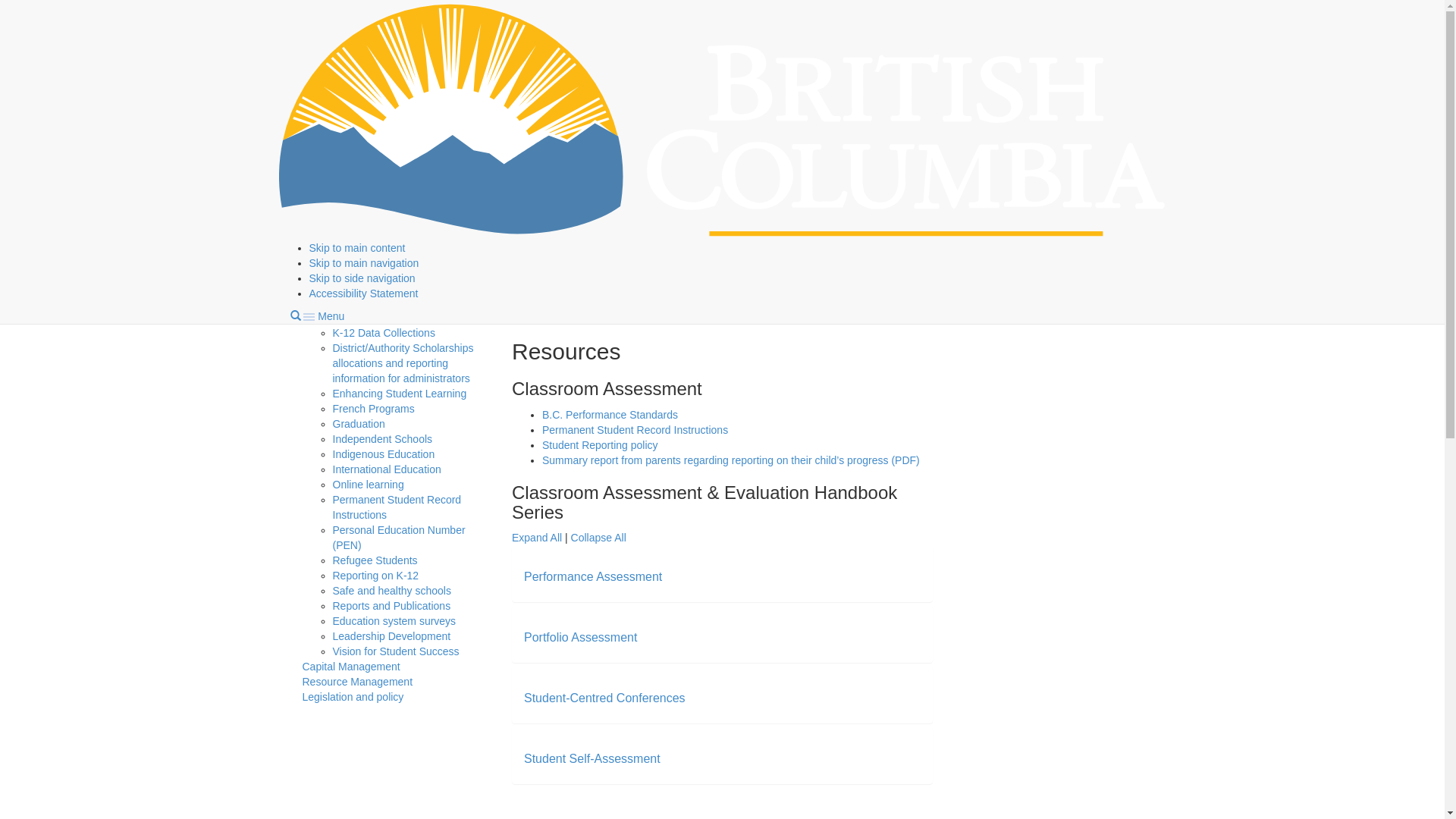 The image size is (1456, 819). Describe the element at coordinates (371, 317) in the screenshot. I see `'CommunityLINK'` at that location.